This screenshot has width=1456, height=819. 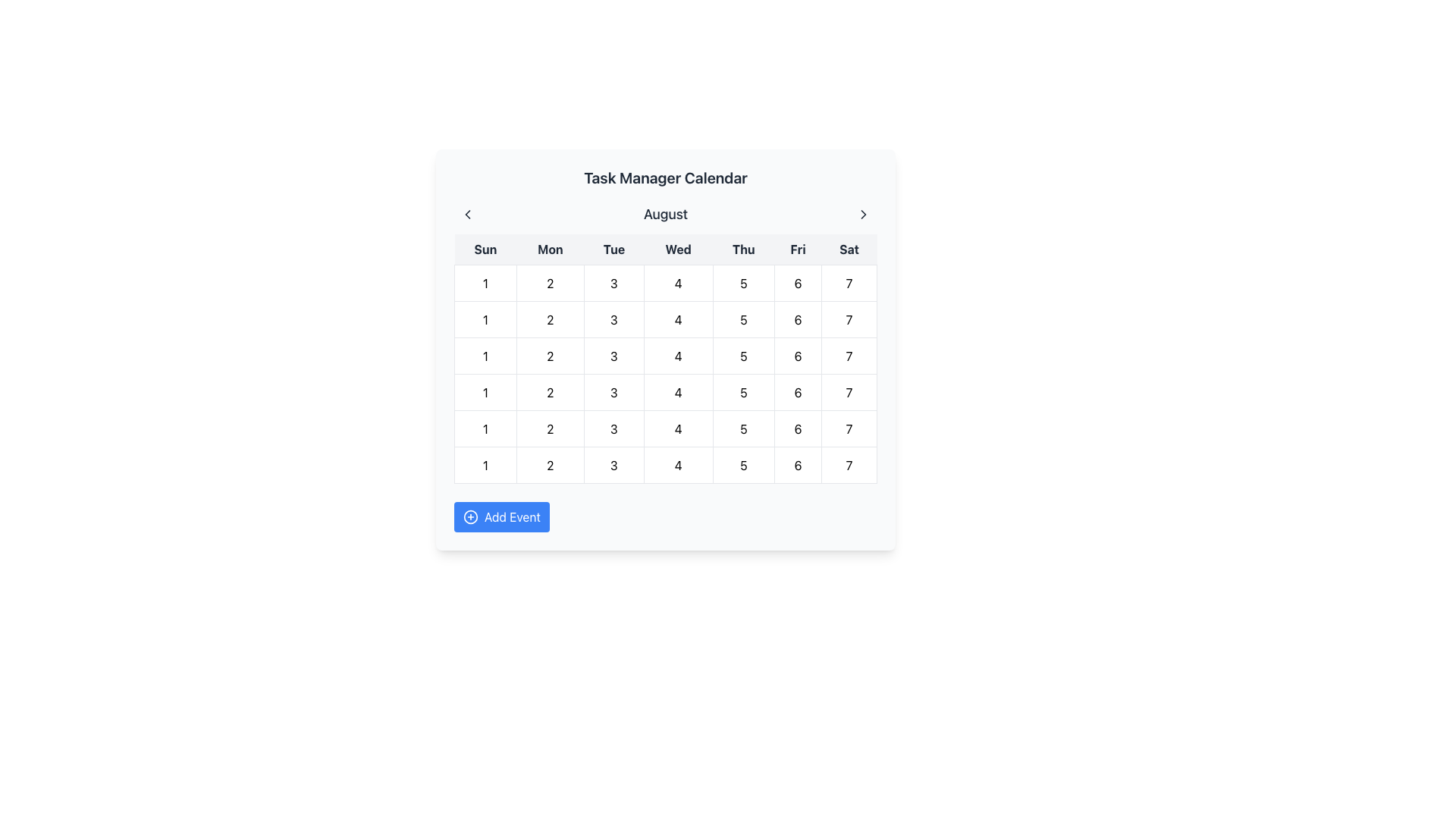 I want to click on the left-pointing chevron icon located at the upper-left corner of the calendar widget, so click(x=467, y=214).